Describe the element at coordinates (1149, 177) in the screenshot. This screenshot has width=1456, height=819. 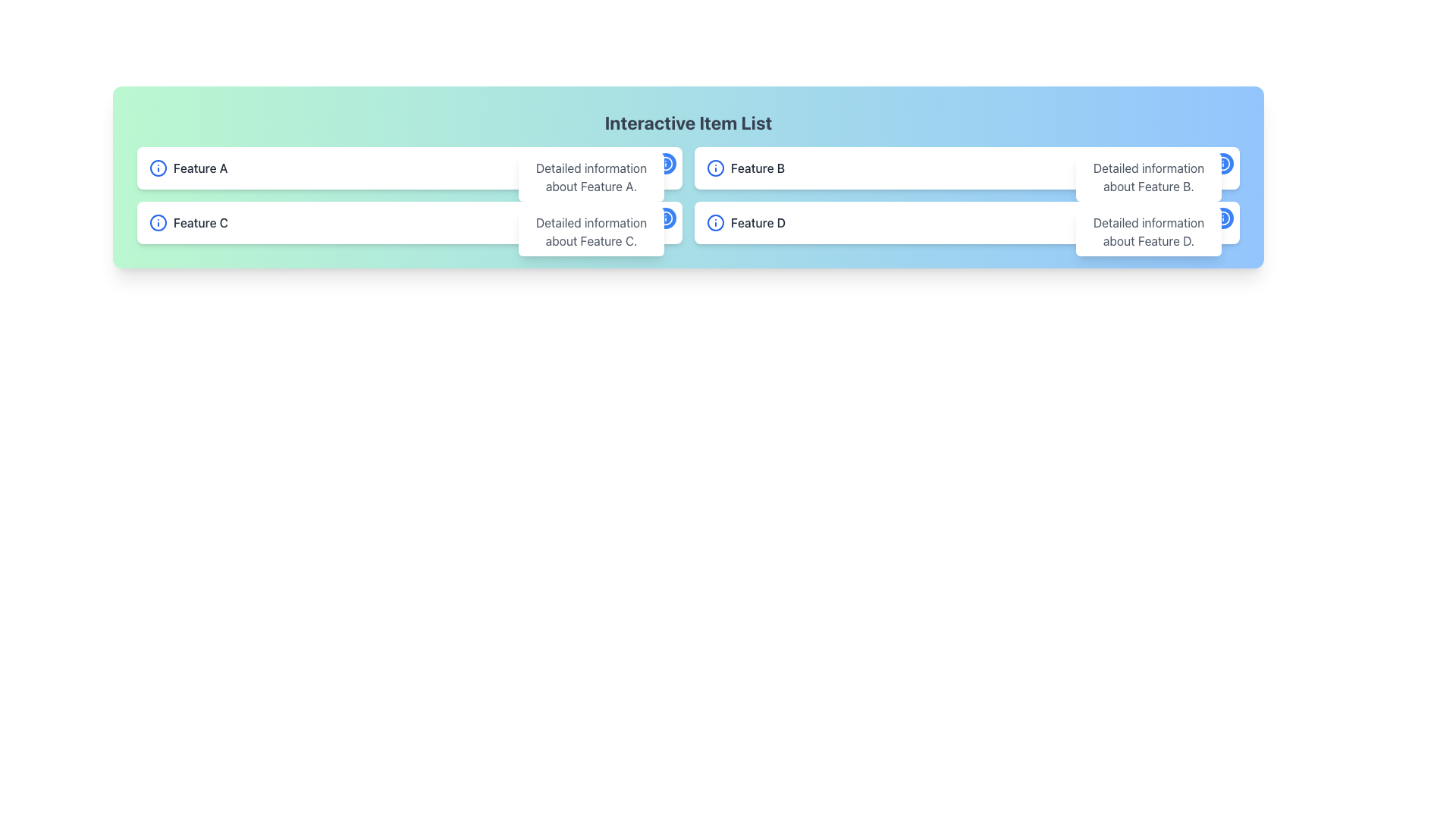
I see `the tooltip displaying 'Detailed information about Feature B.' positioned directly below the 'Feature B' label` at that location.